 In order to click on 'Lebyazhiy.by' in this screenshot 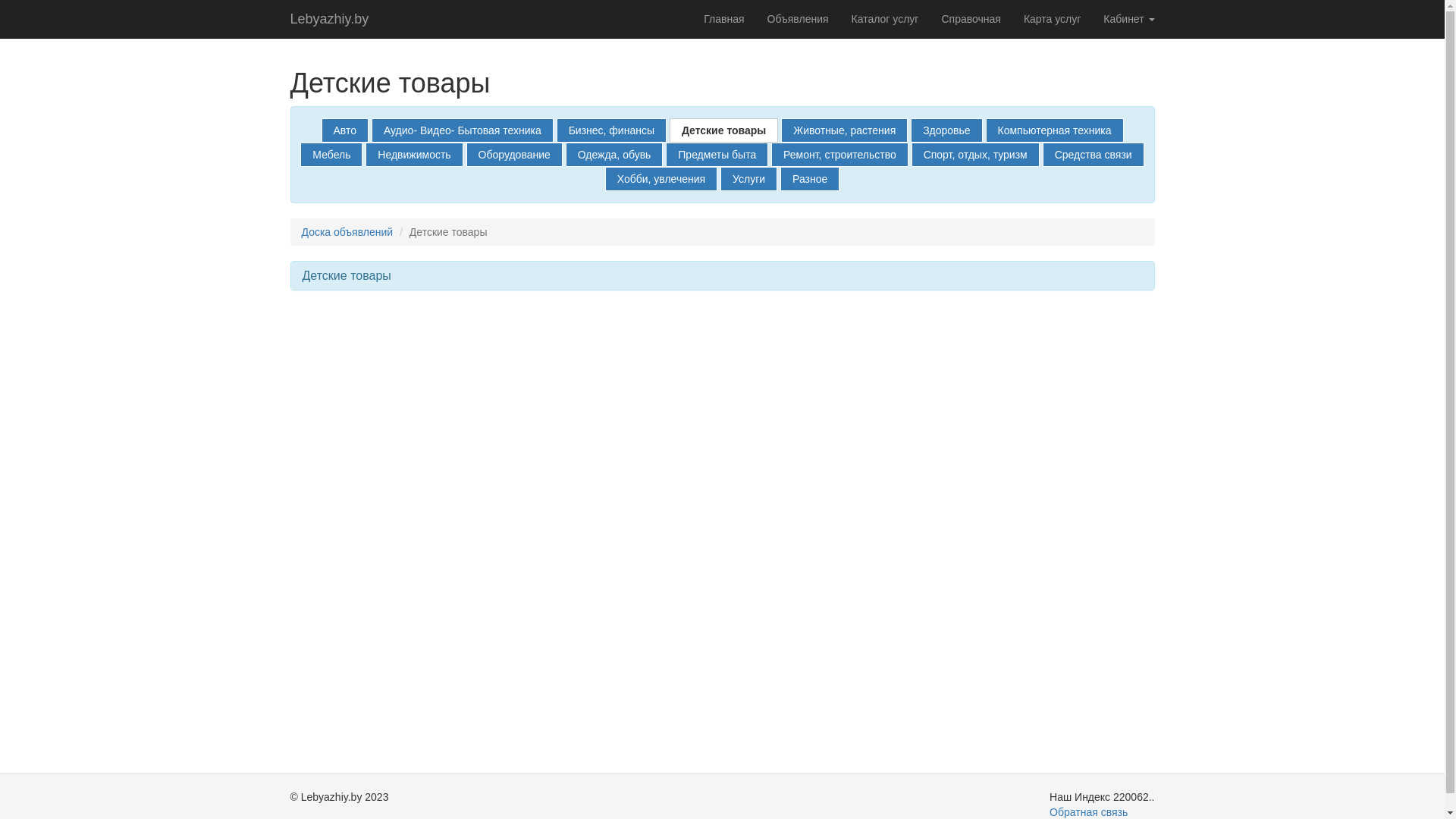, I will do `click(329, 18)`.